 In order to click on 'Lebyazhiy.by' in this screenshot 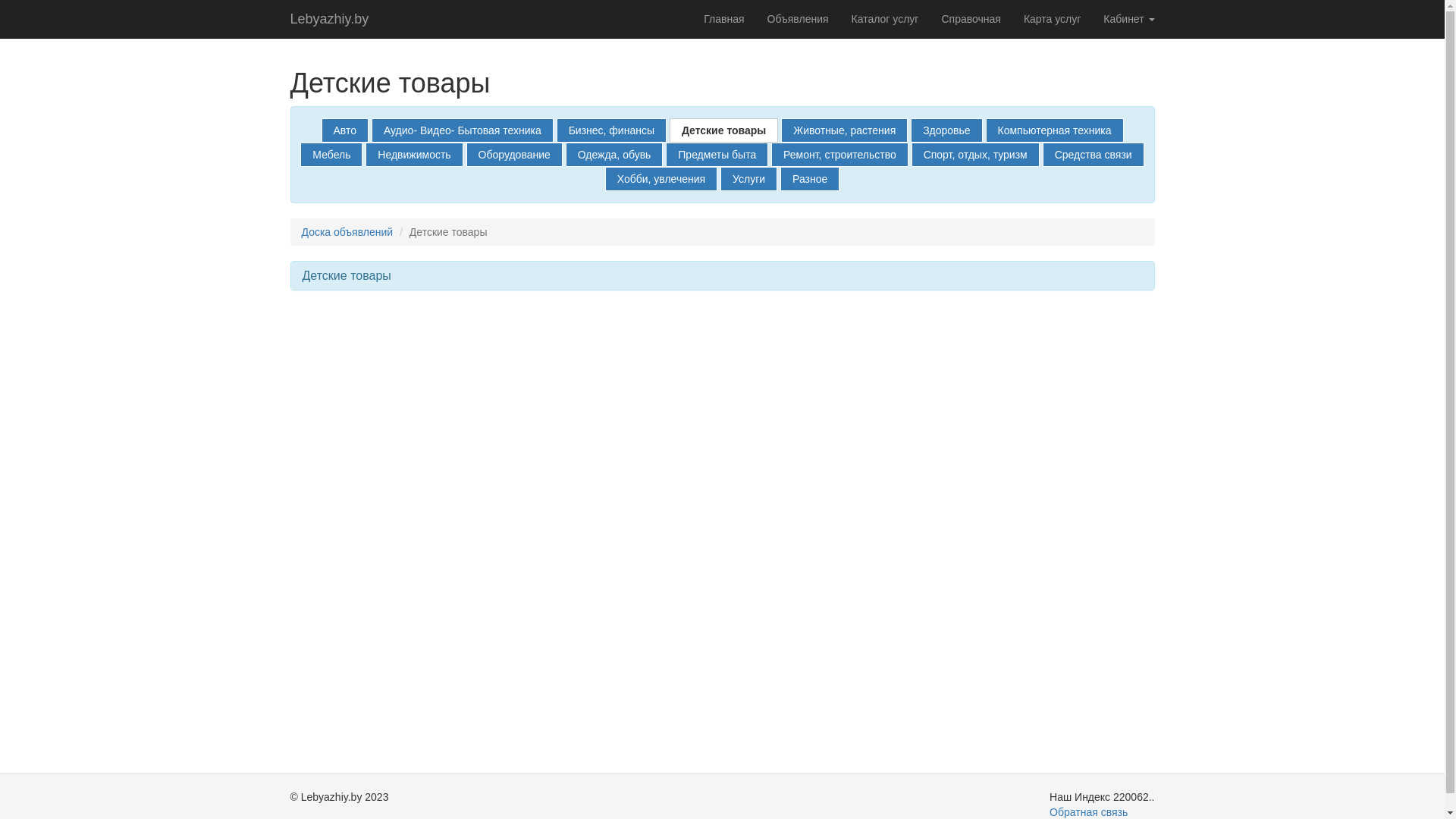, I will do `click(329, 18)`.